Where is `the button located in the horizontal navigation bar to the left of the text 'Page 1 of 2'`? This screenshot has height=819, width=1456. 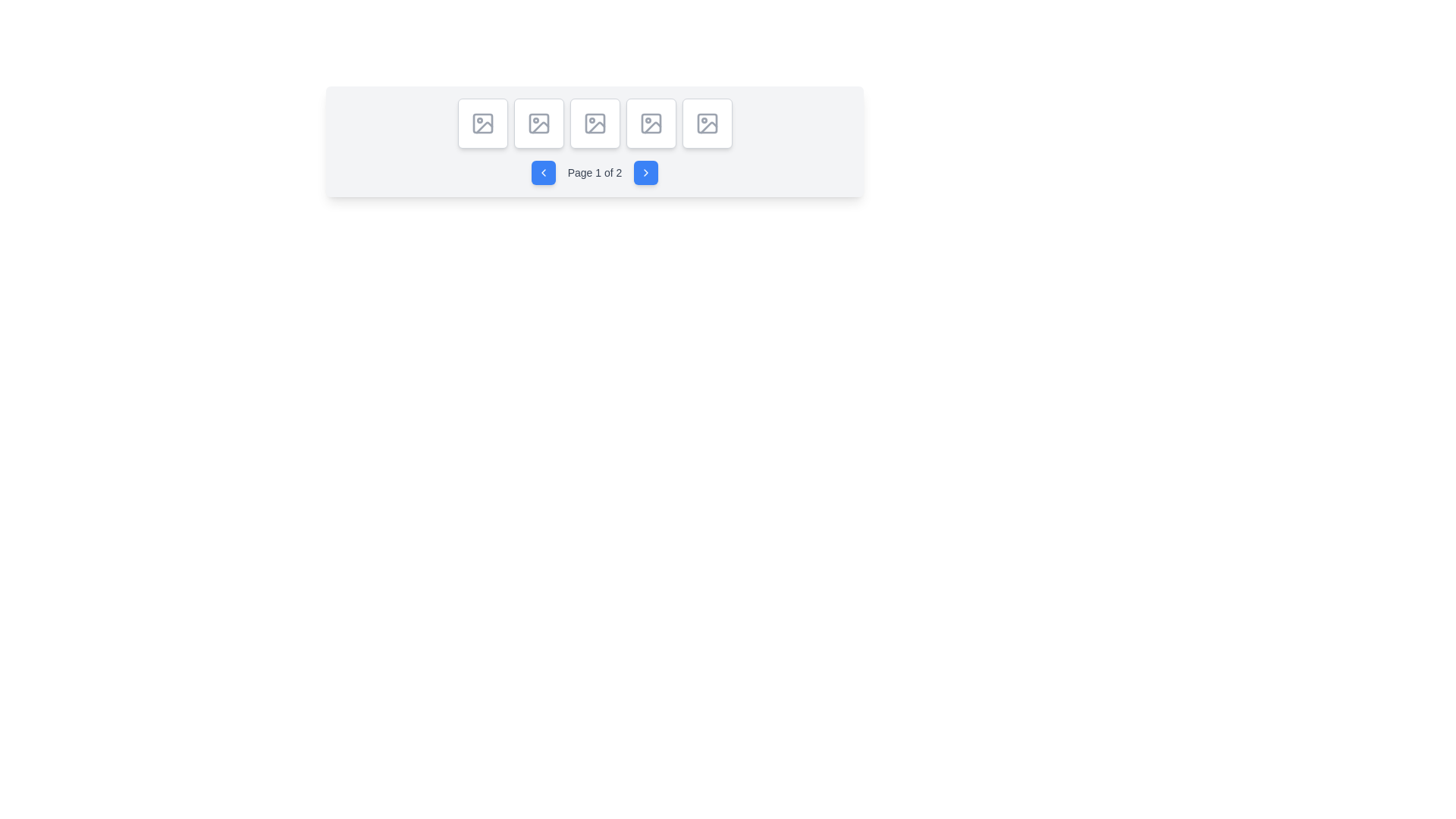
the button located in the horizontal navigation bar to the left of the text 'Page 1 of 2' is located at coordinates (543, 171).